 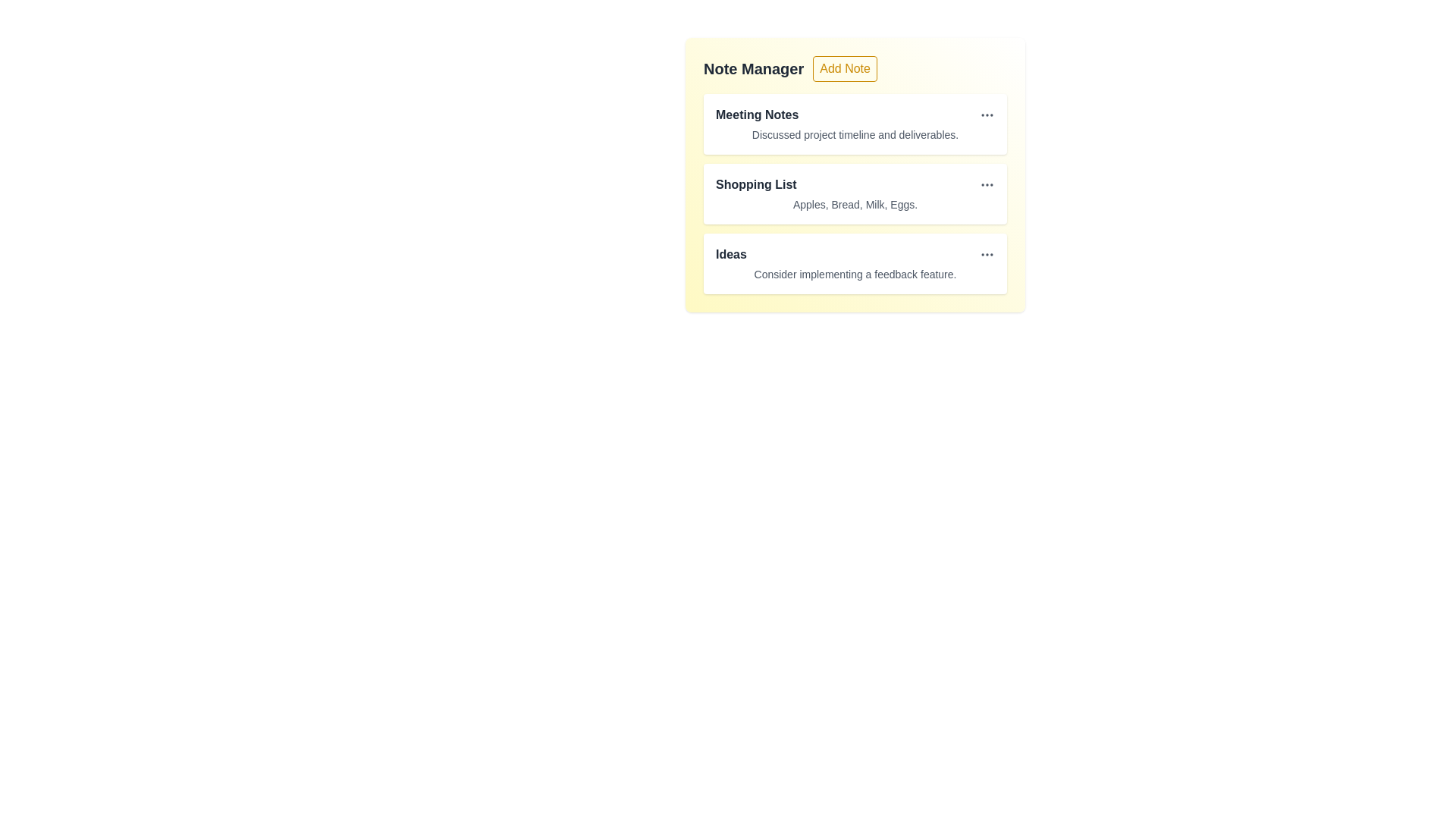 I want to click on the note item titled 'Shopping List' to observe hover effects, so click(x=855, y=193).